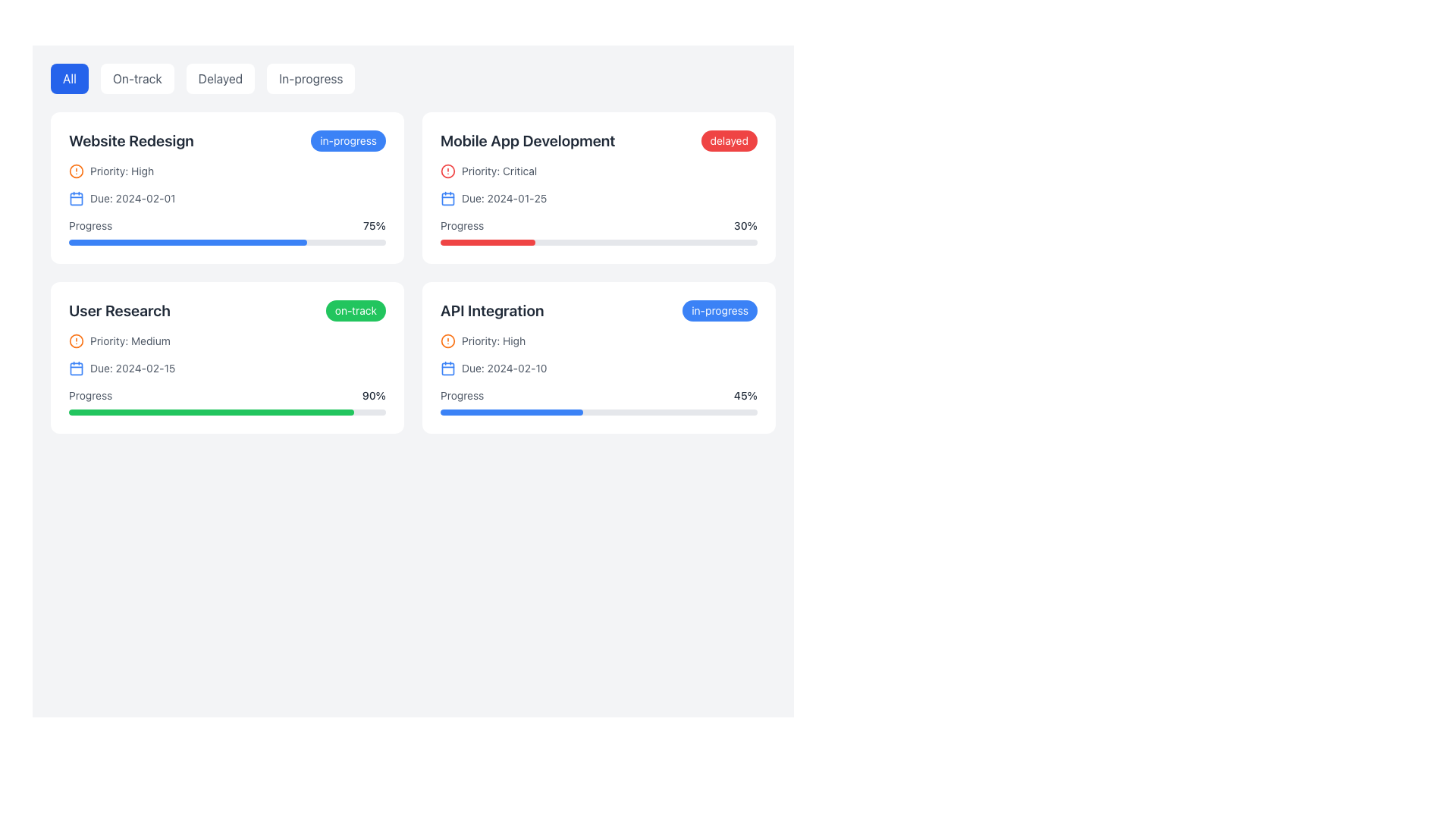 The image size is (1456, 819). Describe the element at coordinates (598, 357) in the screenshot. I see `the rectangular card titled 'API Integration' located in the lower-right section of the grid layout, identified by its blue status tag labeled 'in-progress'` at that location.